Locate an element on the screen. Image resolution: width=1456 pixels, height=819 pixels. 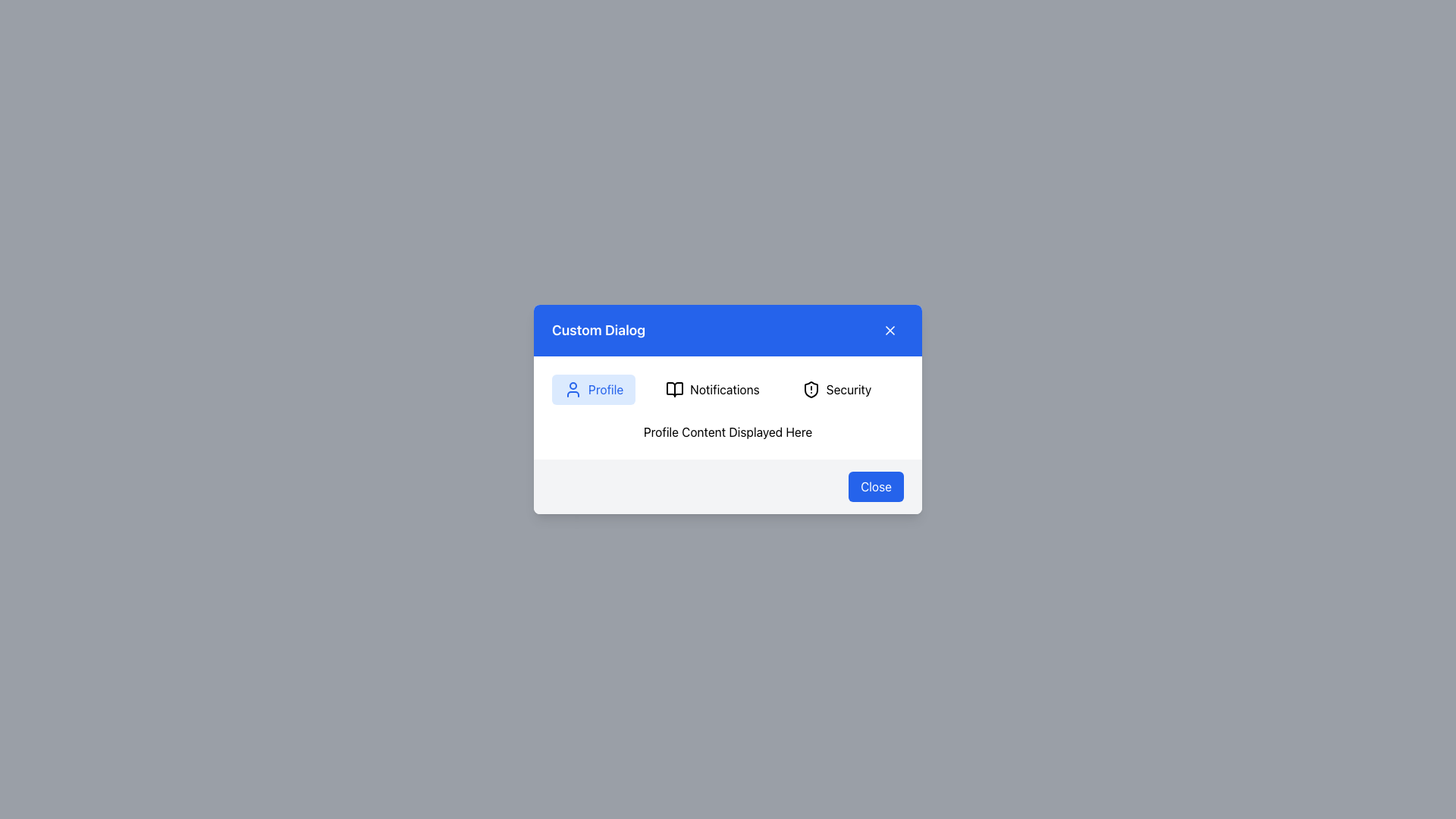
the 'Security' navigation item, which is a button labeled 'Security' with a shield icon, located in the third position of the navigation row is located at coordinates (836, 388).